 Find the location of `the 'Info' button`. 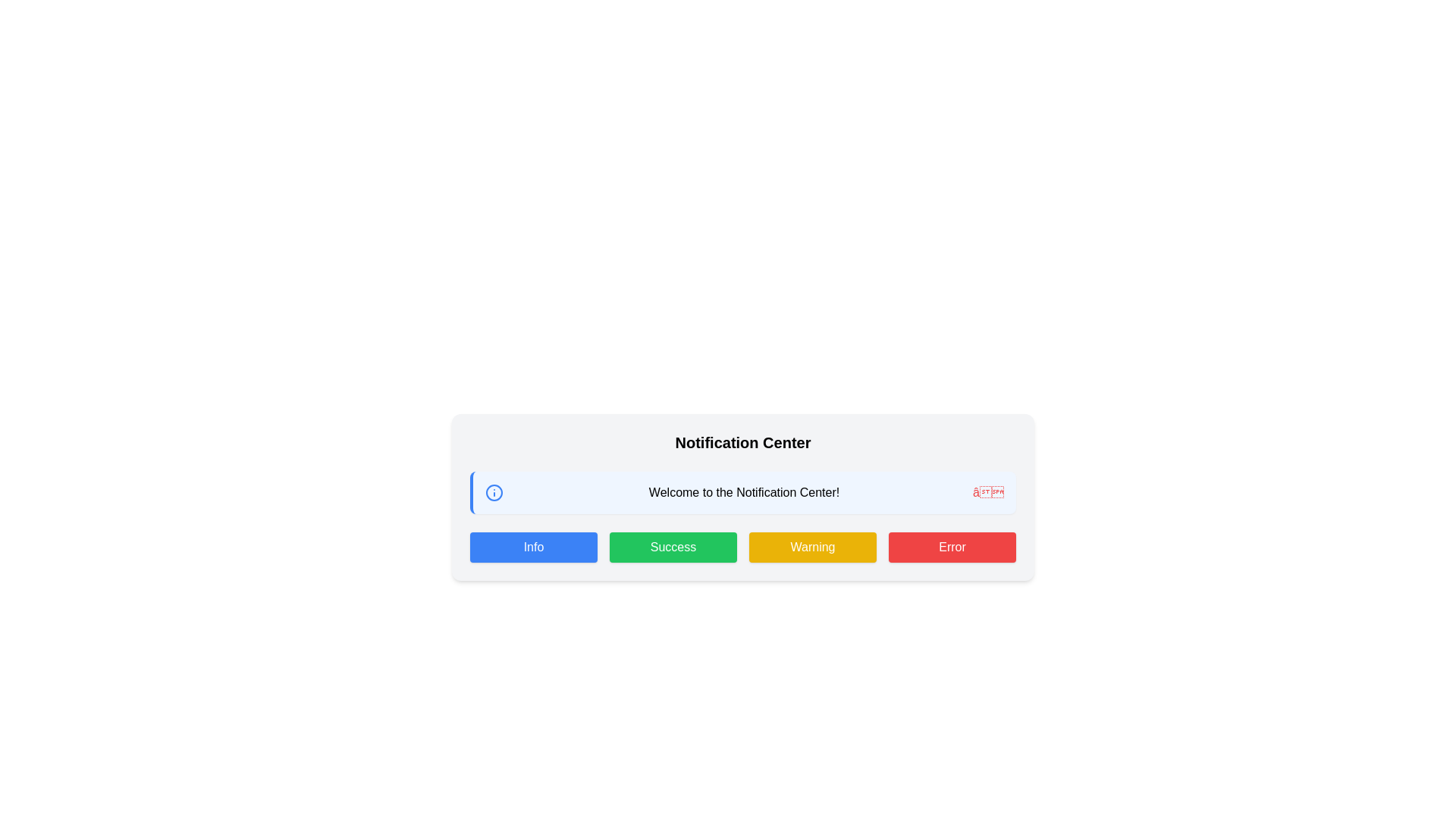

the 'Info' button is located at coordinates (534, 547).